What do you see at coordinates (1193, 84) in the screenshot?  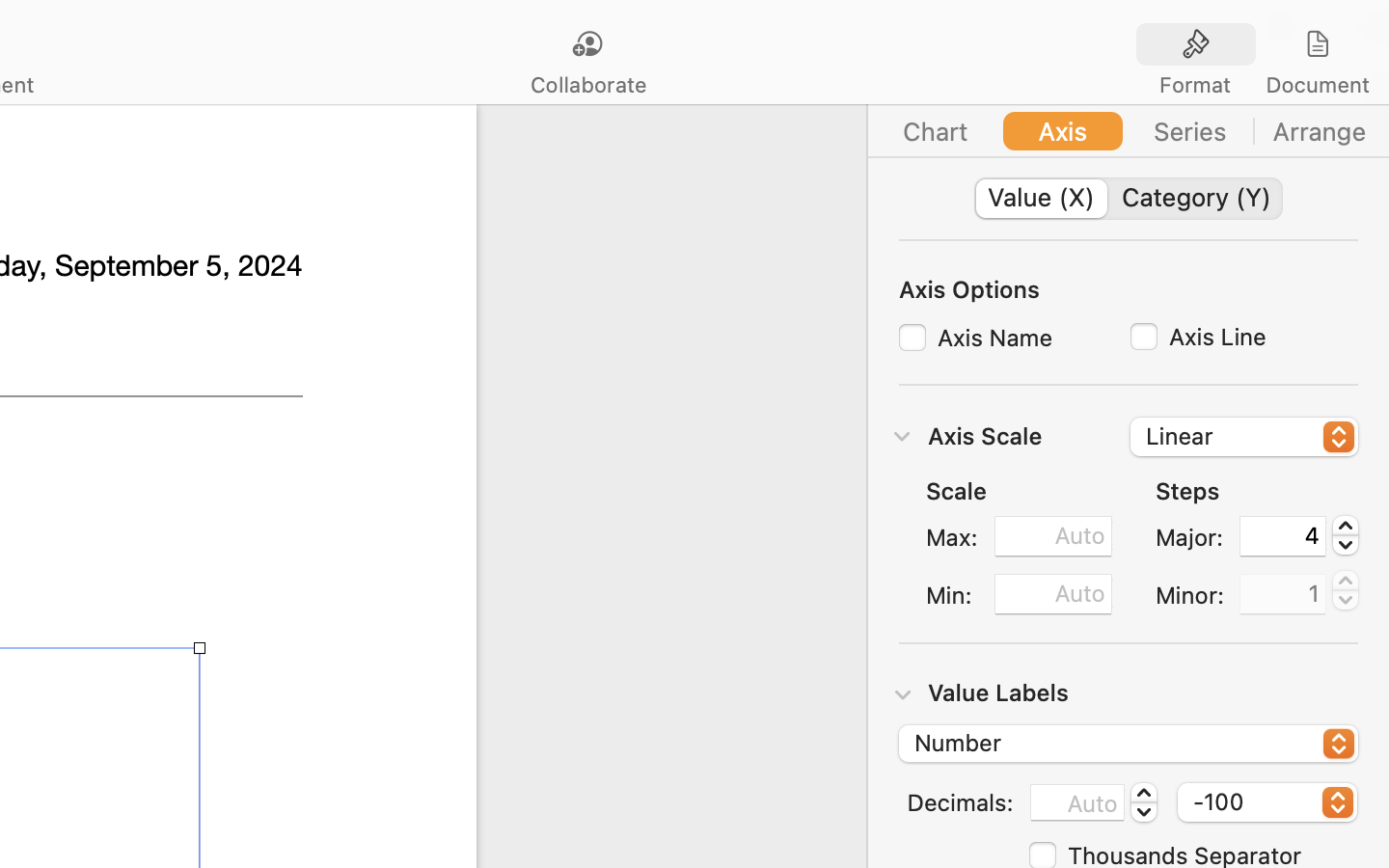 I see `'Format'` at bounding box center [1193, 84].